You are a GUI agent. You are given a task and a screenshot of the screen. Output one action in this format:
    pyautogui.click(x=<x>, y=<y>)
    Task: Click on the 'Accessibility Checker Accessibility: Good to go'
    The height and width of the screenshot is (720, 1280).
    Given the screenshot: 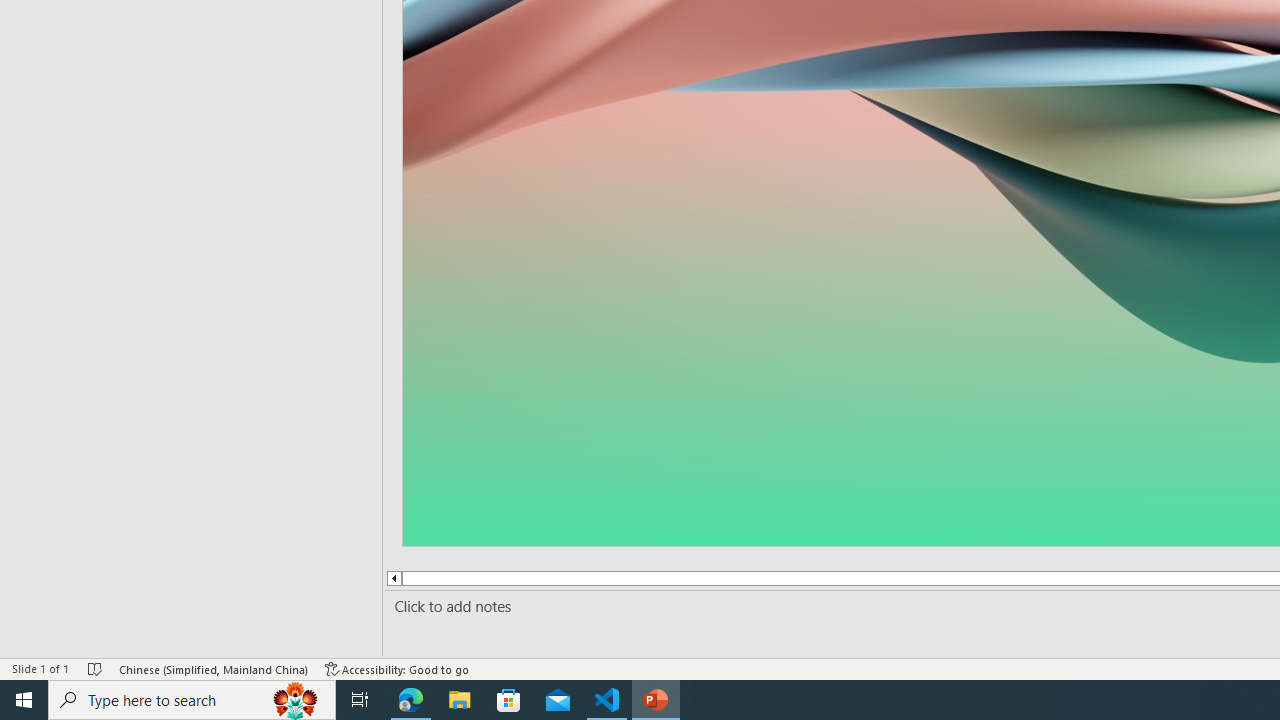 What is the action you would take?
    pyautogui.click(x=397, y=669)
    